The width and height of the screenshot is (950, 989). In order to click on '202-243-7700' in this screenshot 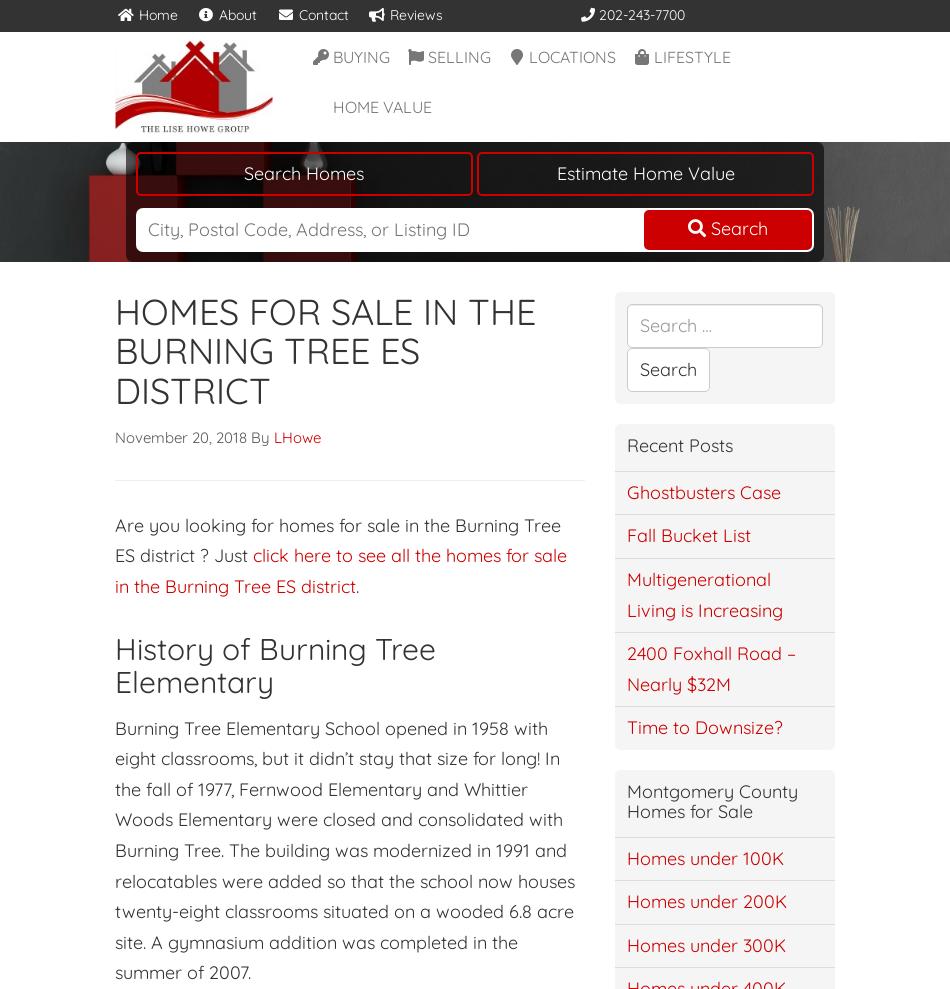, I will do `click(642, 14)`.